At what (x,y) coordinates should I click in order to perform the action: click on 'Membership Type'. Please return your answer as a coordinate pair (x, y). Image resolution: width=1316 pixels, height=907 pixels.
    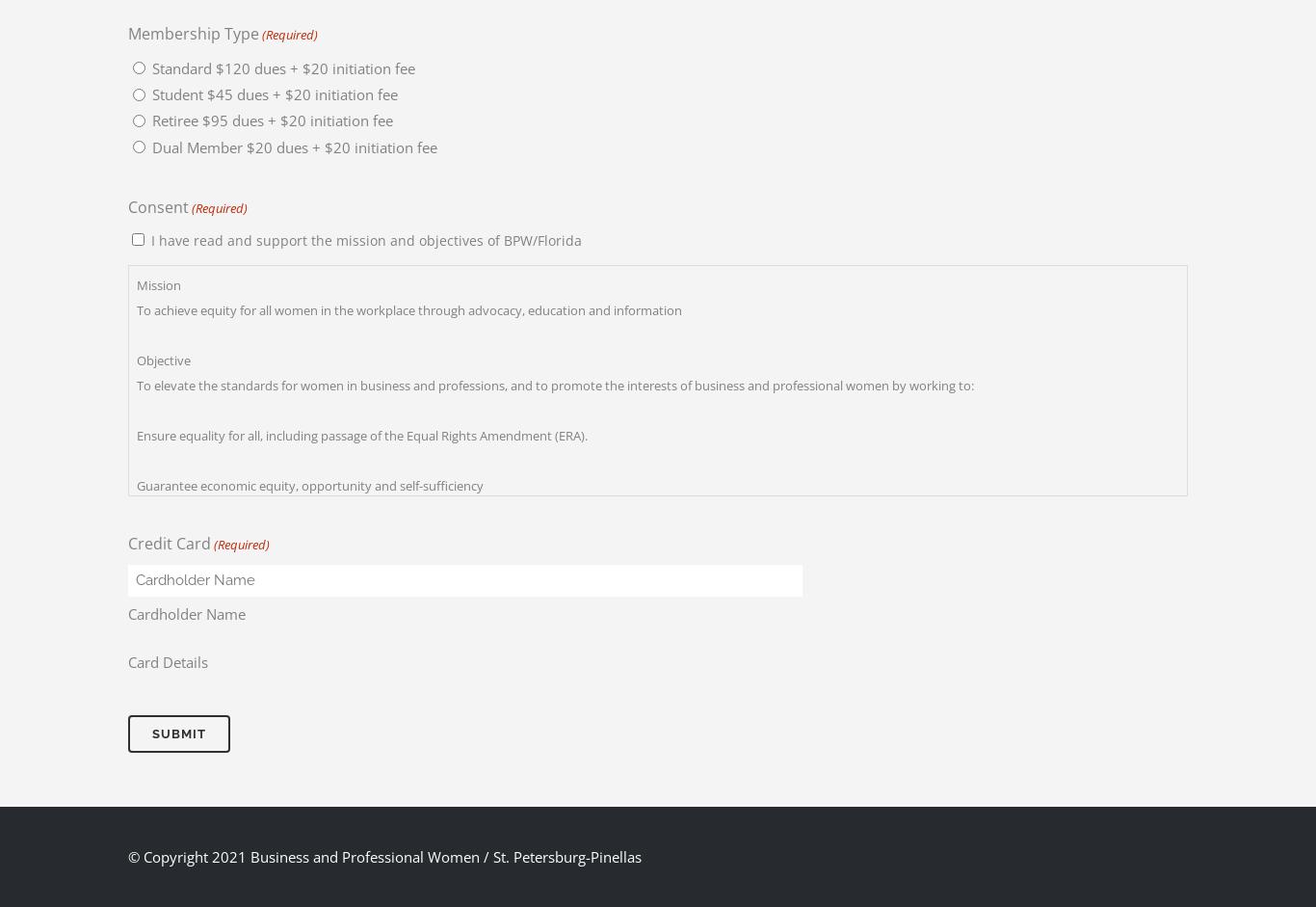
    Looking at the image, I should click on (192, 32).